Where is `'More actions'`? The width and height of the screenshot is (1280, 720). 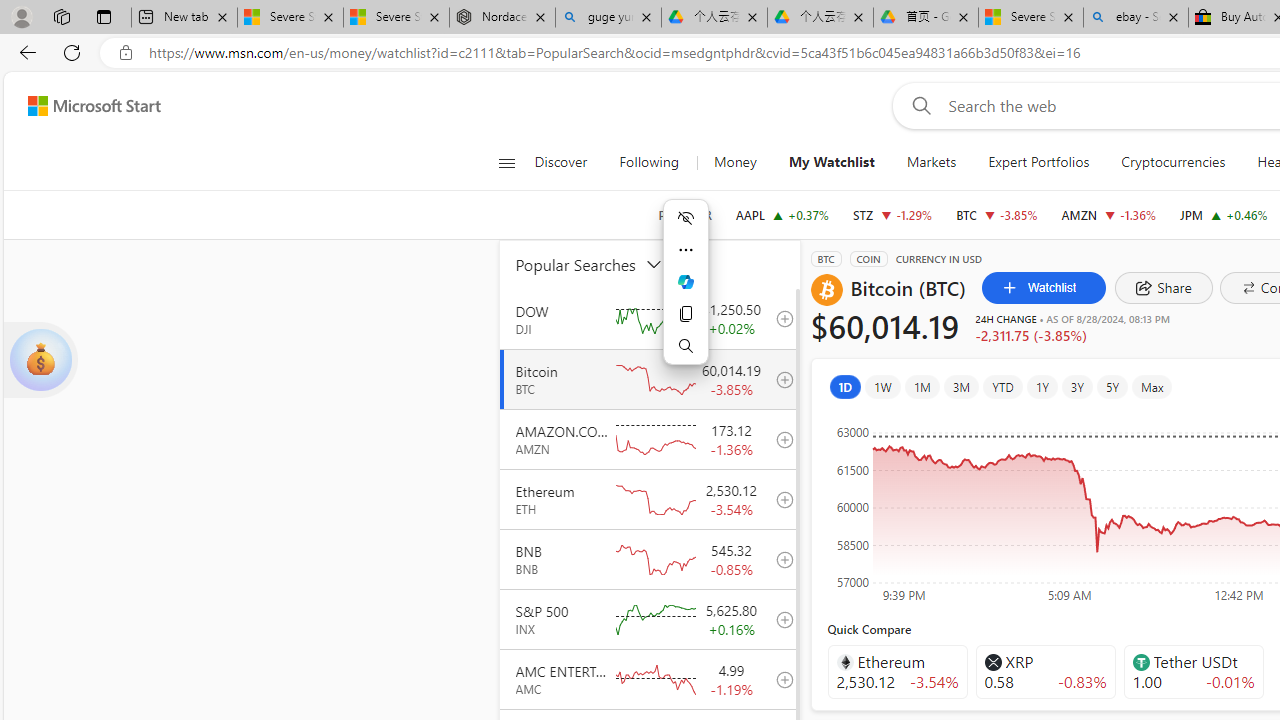
'More actions' is located at coordinates (686, 248).